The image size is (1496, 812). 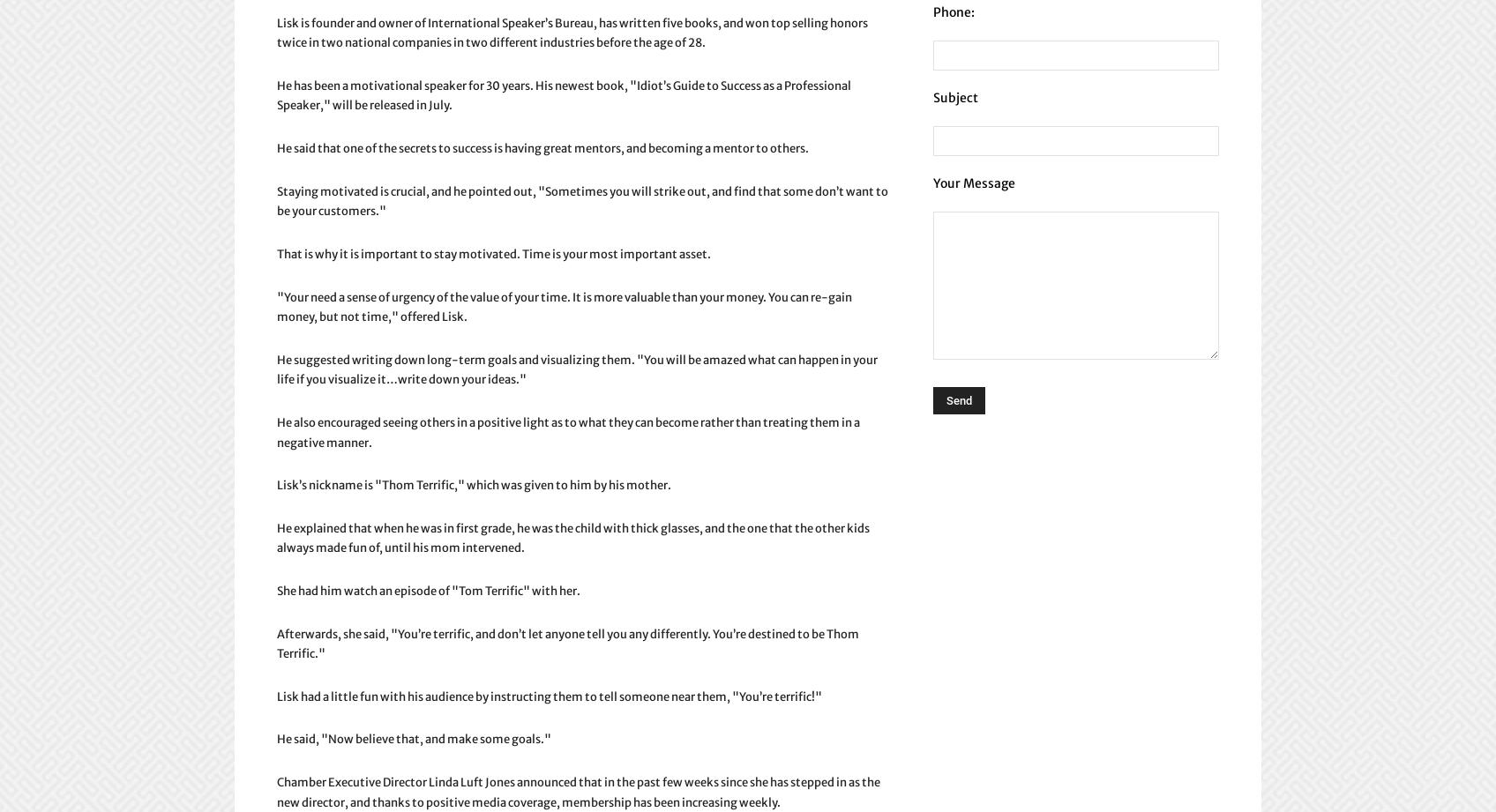 I want to click on 'Lisk is founder and owner of International Speaker’s Bureau, has written five books, and won top selling honors twice in two national companies in two different industries before the age of 28.', so click(x=572, y=33).